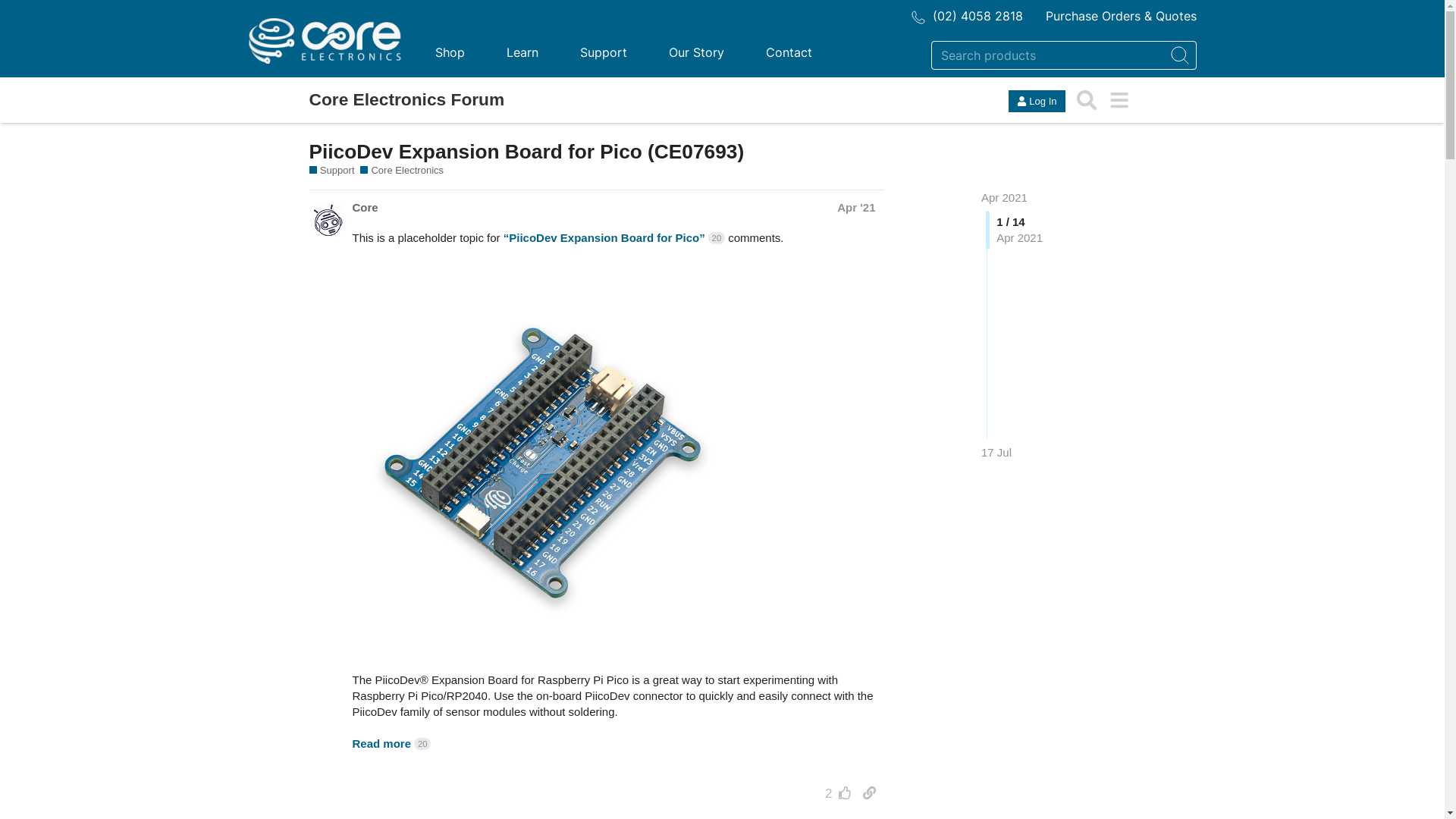  Describe the element at coordinates (1004, 196) in the screenshot. I see `'Apr 2021'` at that location.